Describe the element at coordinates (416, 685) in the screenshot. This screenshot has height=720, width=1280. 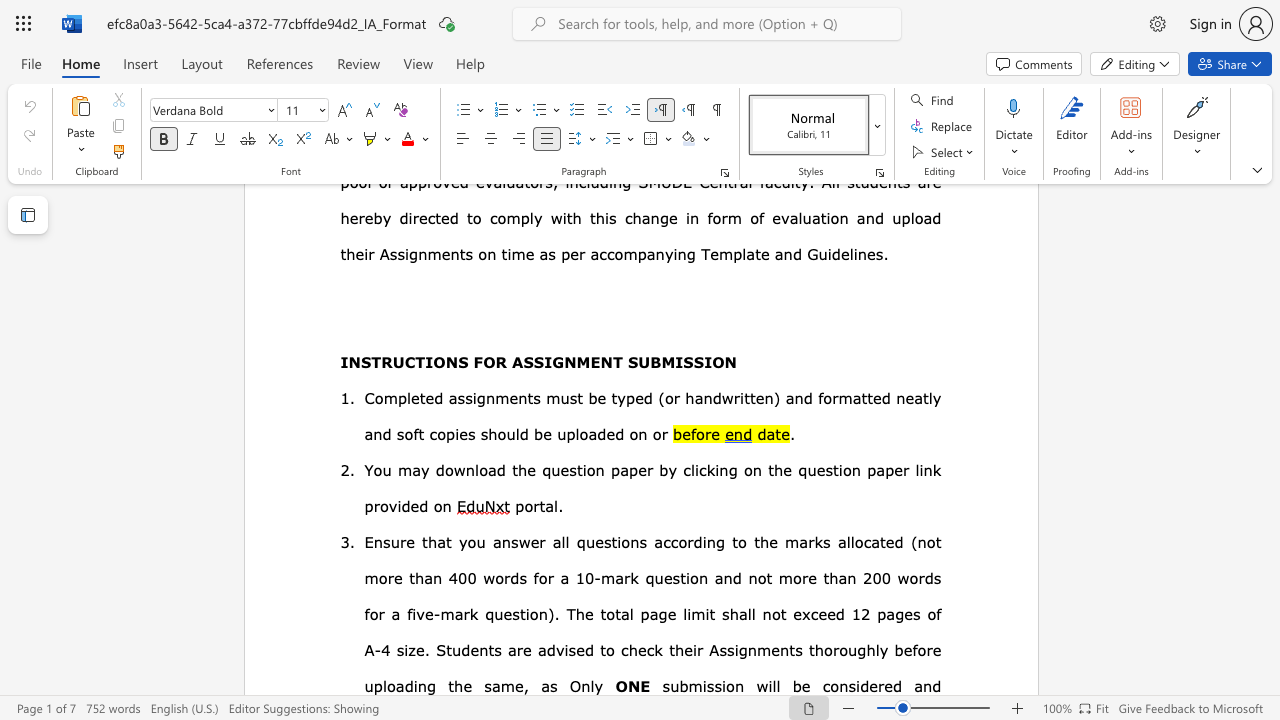
I see `the subset text "ng the" within the text "their Assignments thoroughly before uploading the same, as"` at that location.